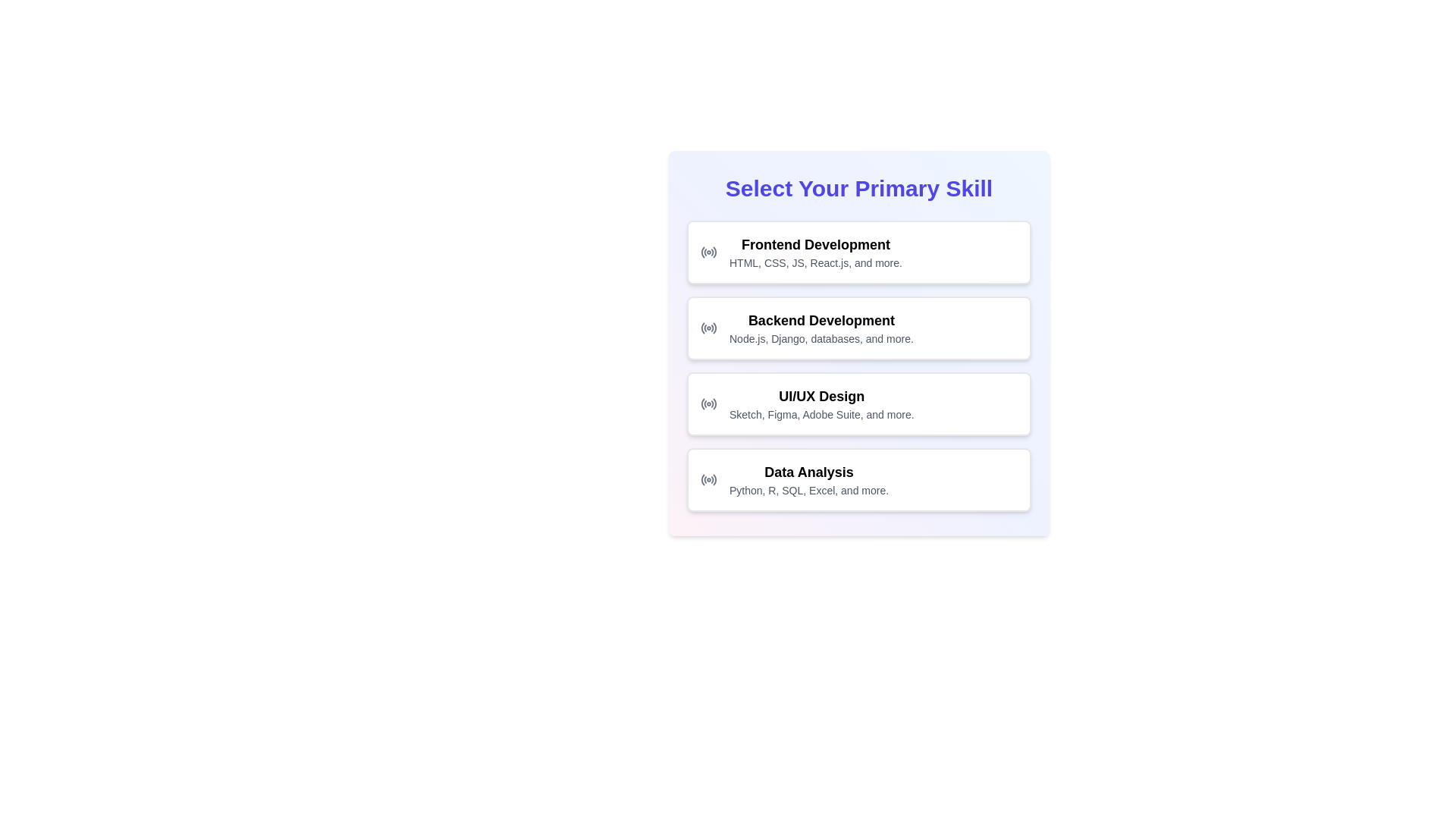 This screenshot has height=819, width=1456. I want to click on the text label 'Data Analysis' which is part of the fourth selectable card in a vertical list, located at the bottom, immediately below 'UI/UX Design', so click(808, 479).